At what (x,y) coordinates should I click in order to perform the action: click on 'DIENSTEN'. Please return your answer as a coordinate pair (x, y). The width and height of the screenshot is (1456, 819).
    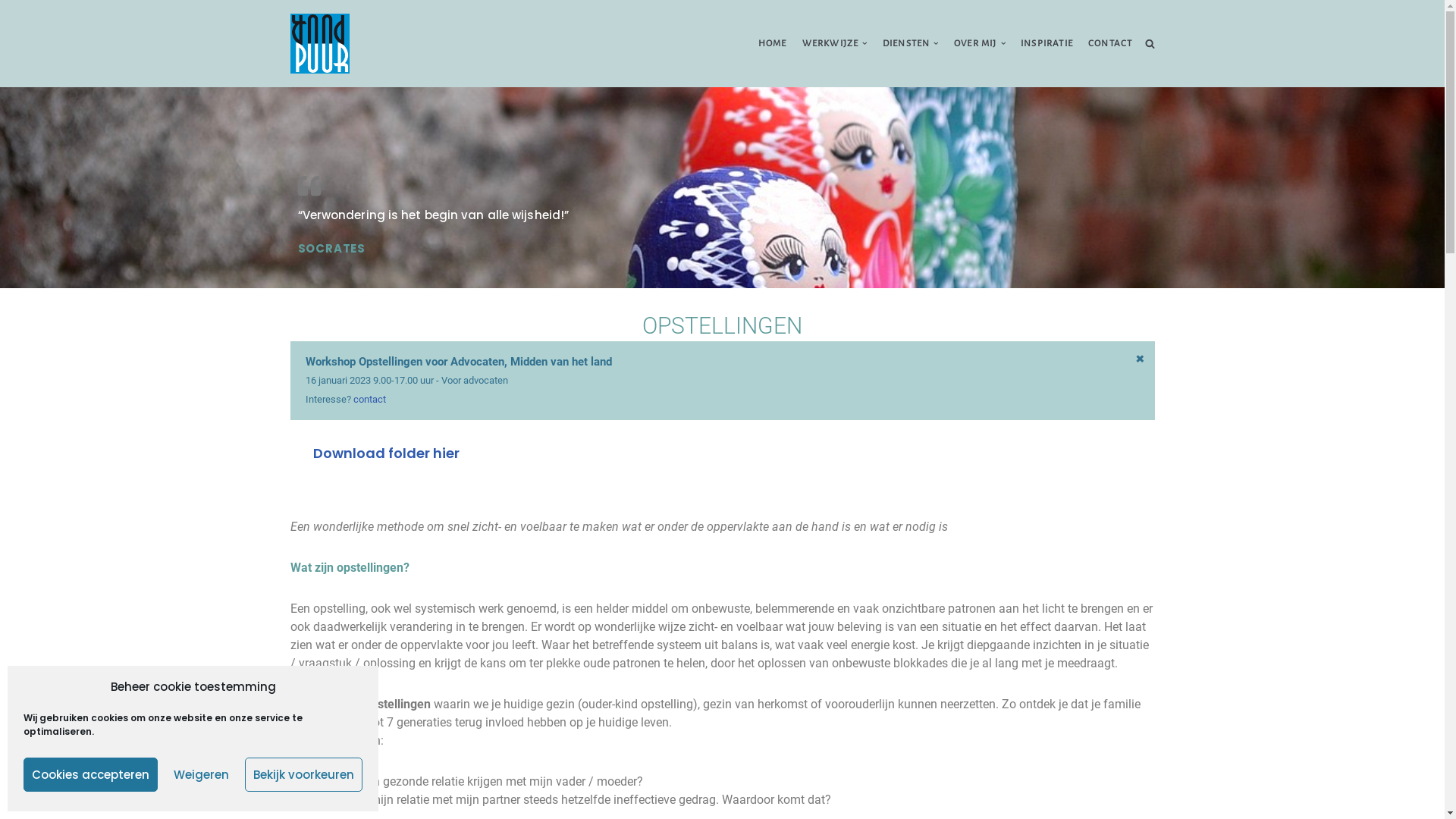
    Looking at the image, I should click on (906, 42).